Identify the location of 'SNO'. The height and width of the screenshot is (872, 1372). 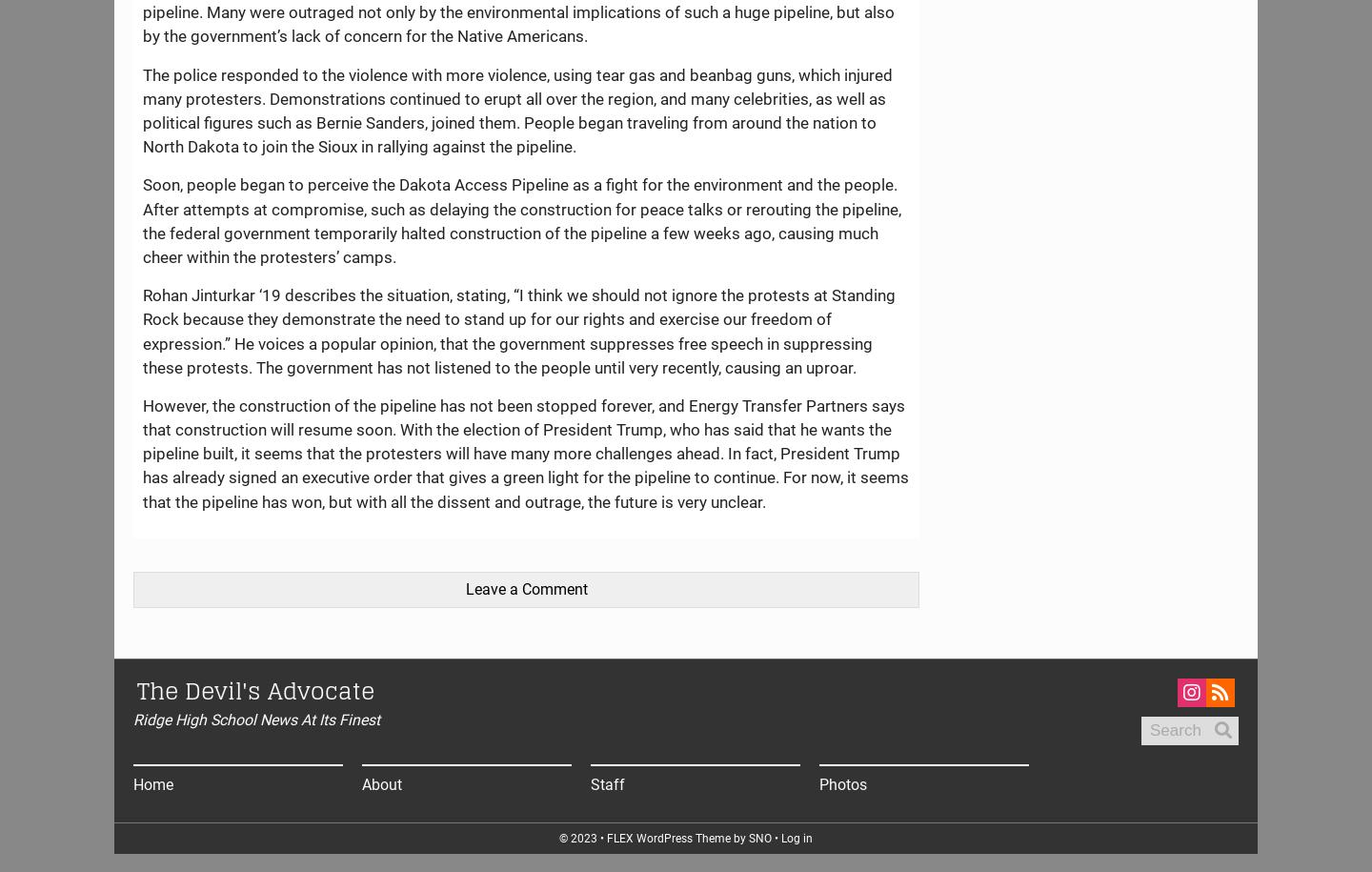
(760, 837).